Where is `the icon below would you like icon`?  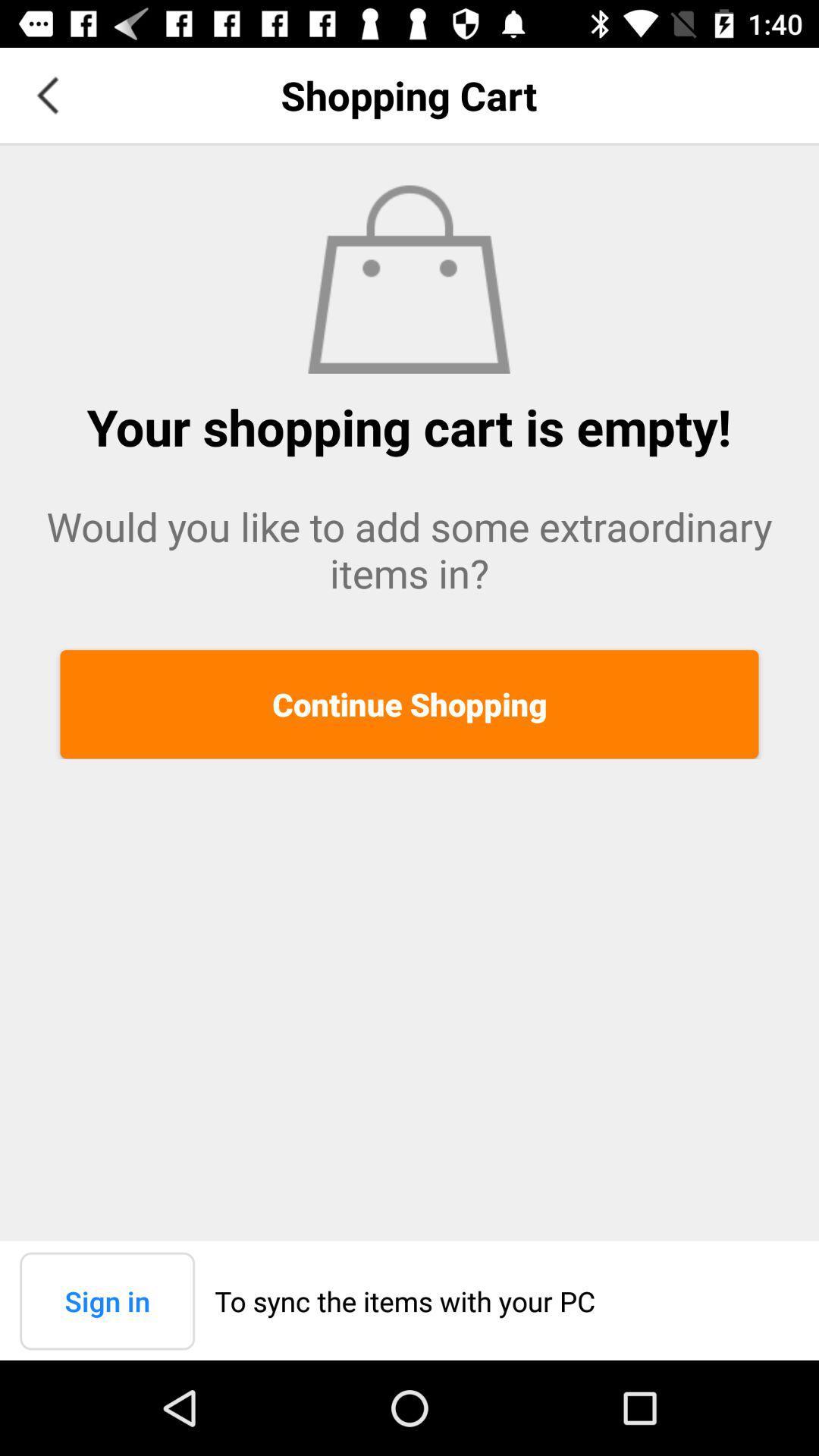 the icon below would you like icon is located at coordinates (409, 703).